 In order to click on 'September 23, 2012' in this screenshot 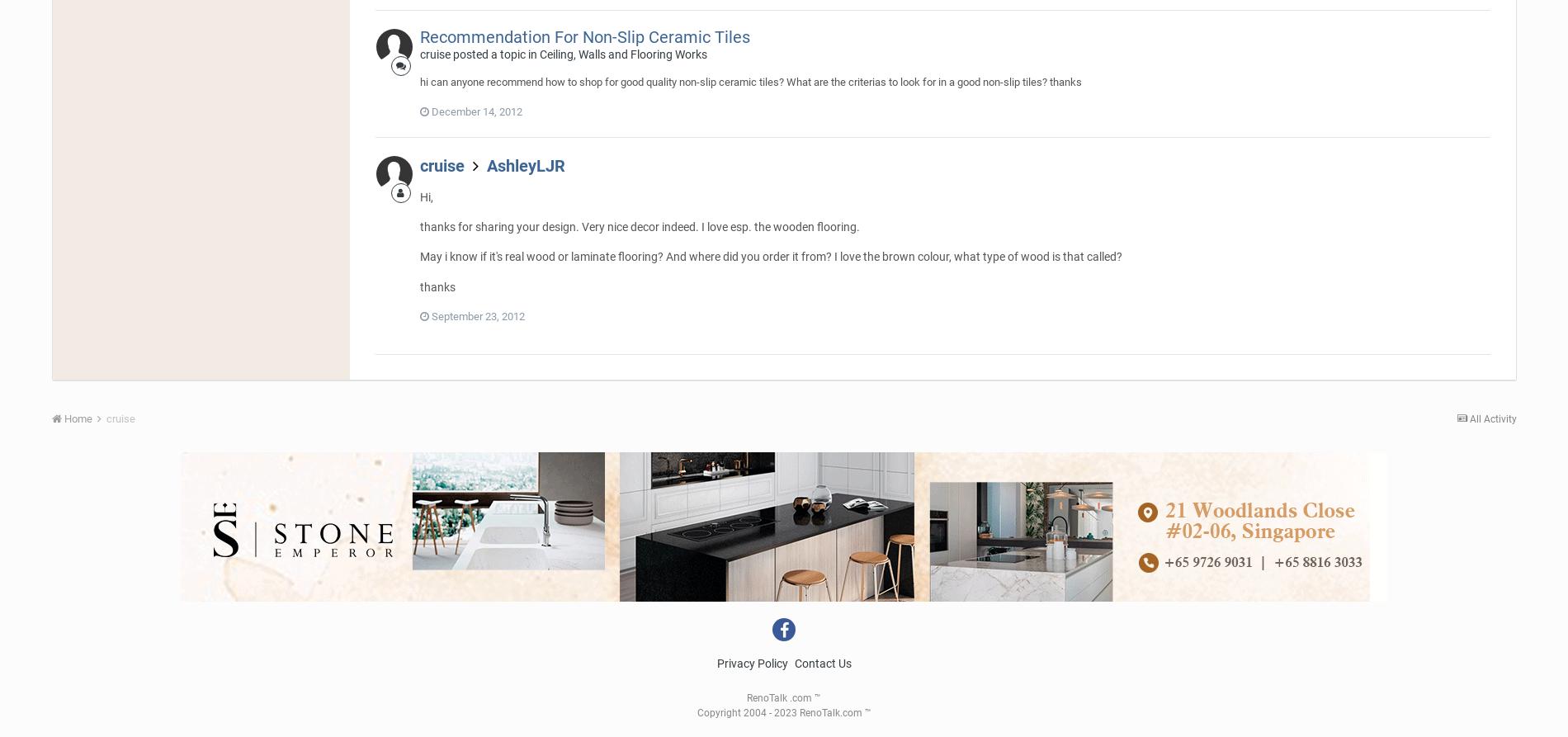, I will do `click(430, 316)`.